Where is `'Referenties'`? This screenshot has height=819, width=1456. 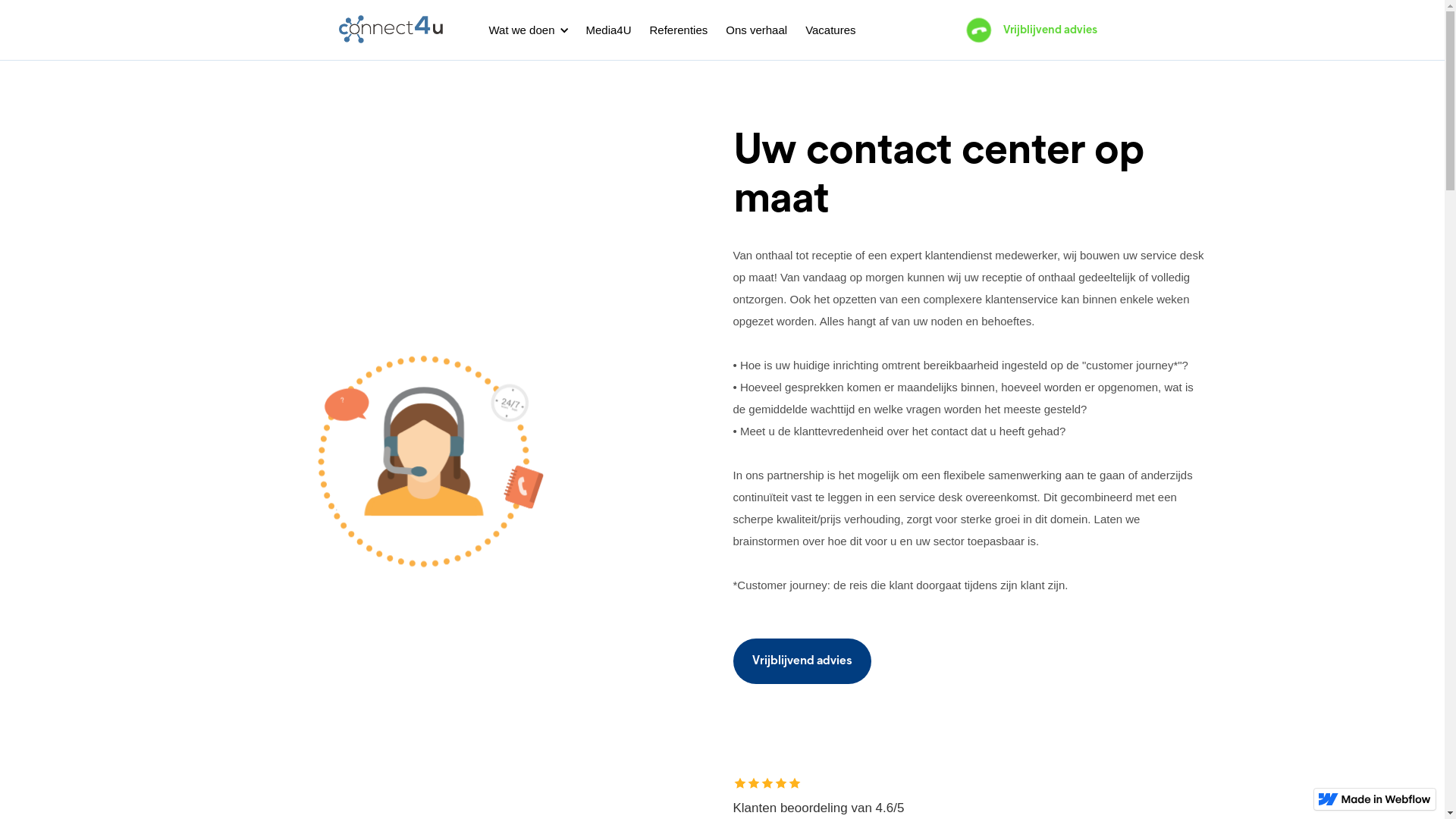 'Referenties' is located at coordinates (678, 30).